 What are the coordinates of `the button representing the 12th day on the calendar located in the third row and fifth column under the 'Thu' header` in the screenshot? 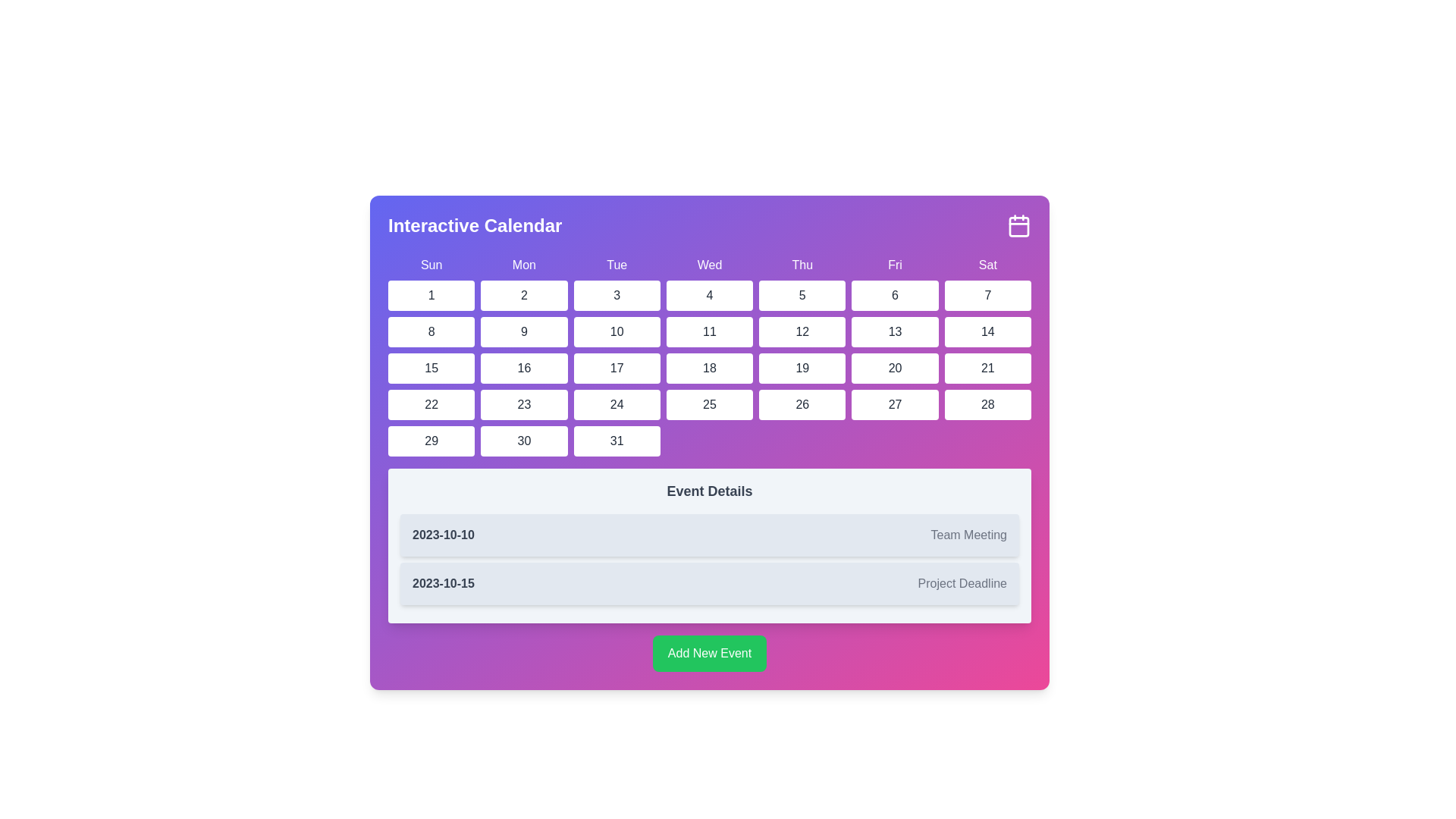 It's located at (801, 331).